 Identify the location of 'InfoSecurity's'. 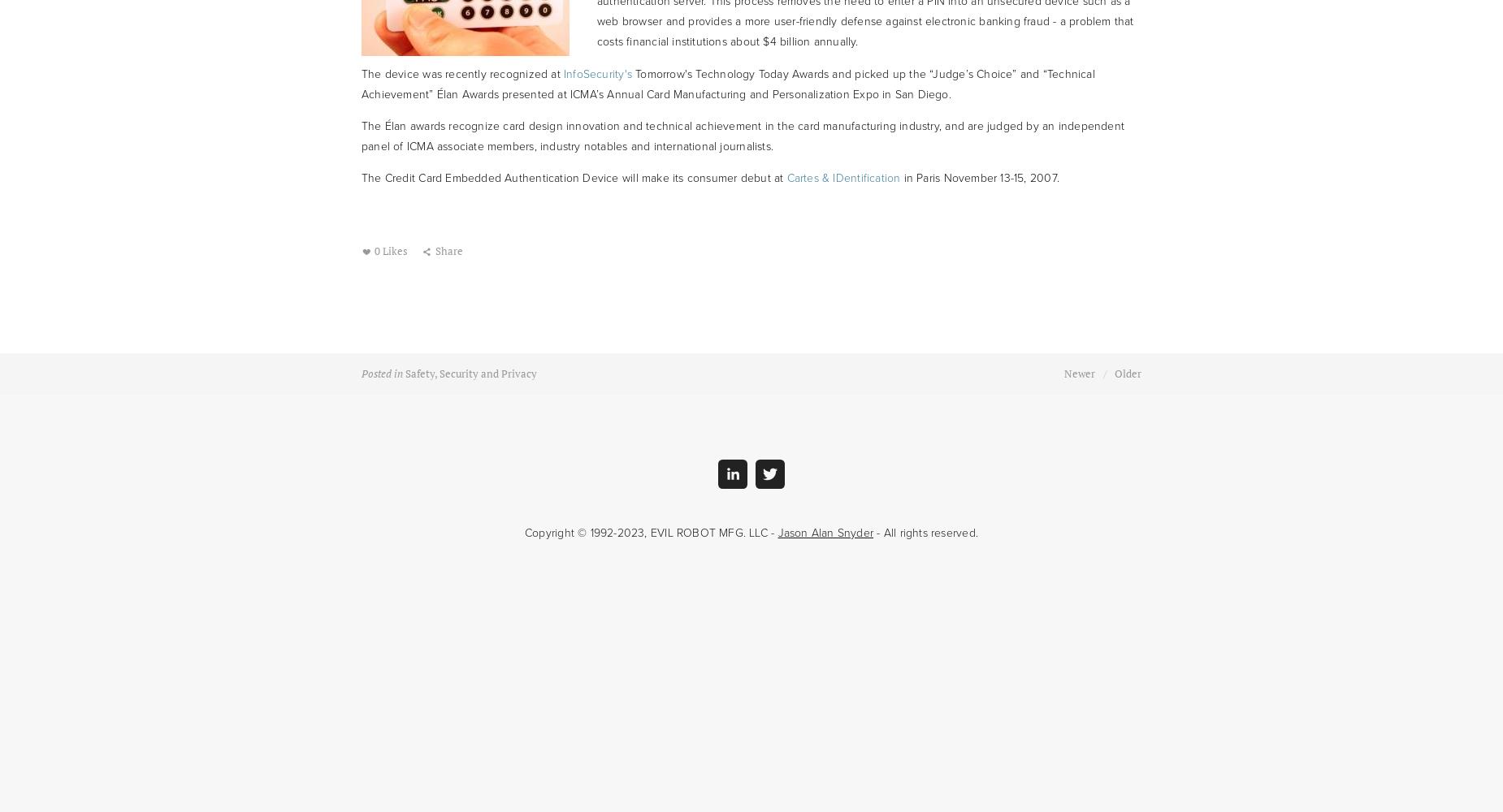
(597, 72).